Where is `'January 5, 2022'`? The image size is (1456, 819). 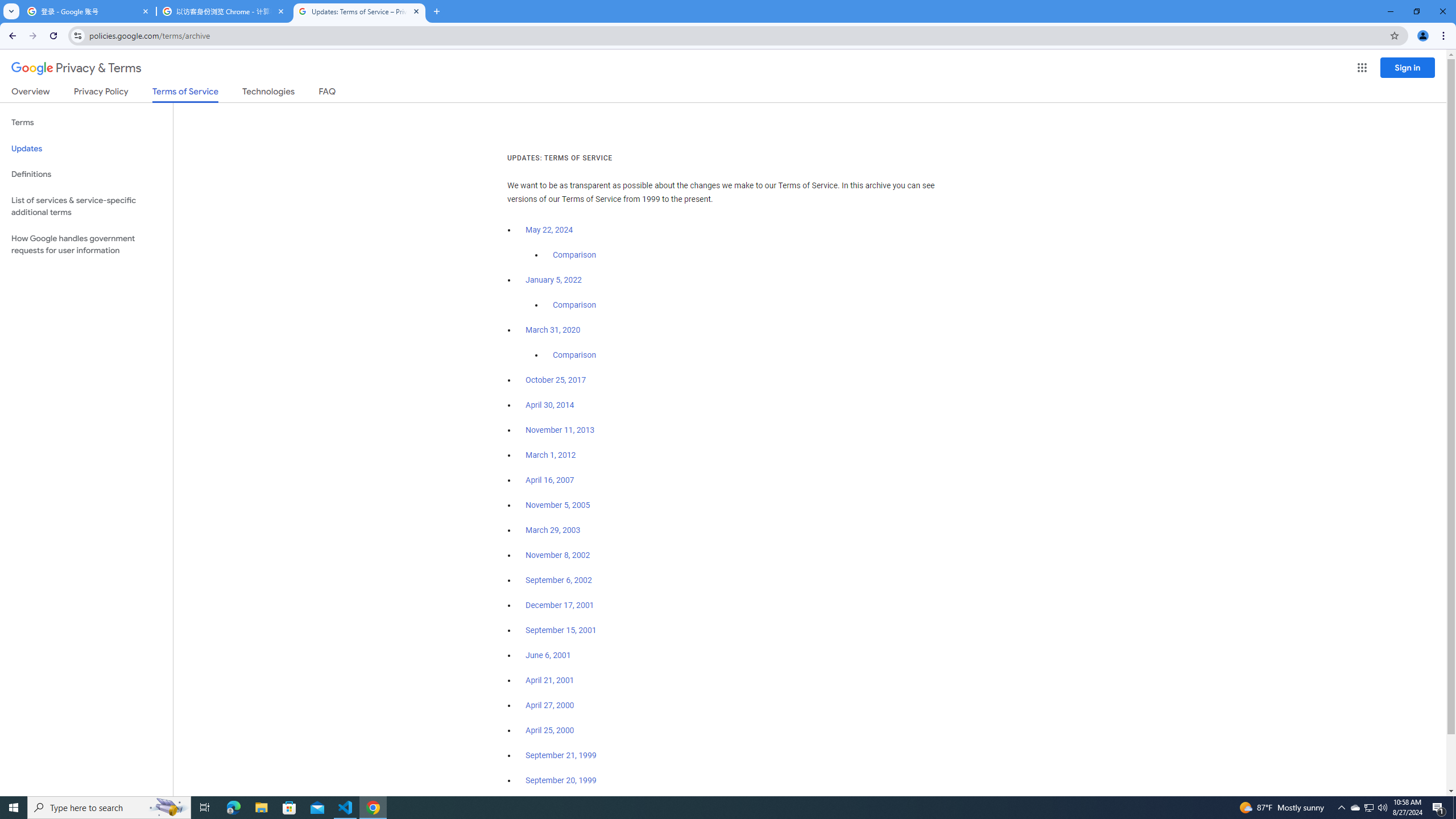 'January 5, 2022' is located at coordinates (554, 280).